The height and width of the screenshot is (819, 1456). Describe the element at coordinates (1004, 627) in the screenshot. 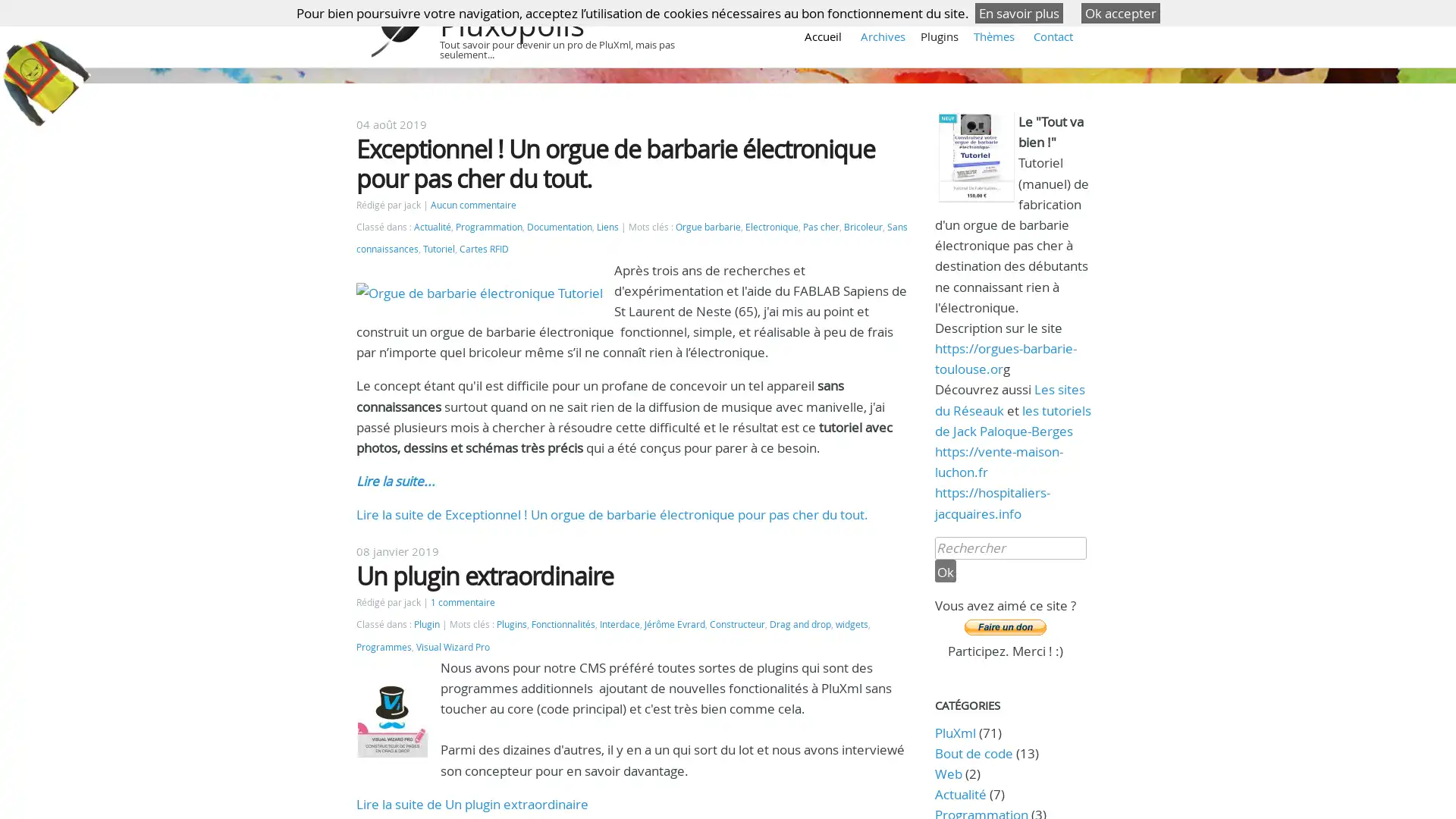

I see `Submit` at that location.